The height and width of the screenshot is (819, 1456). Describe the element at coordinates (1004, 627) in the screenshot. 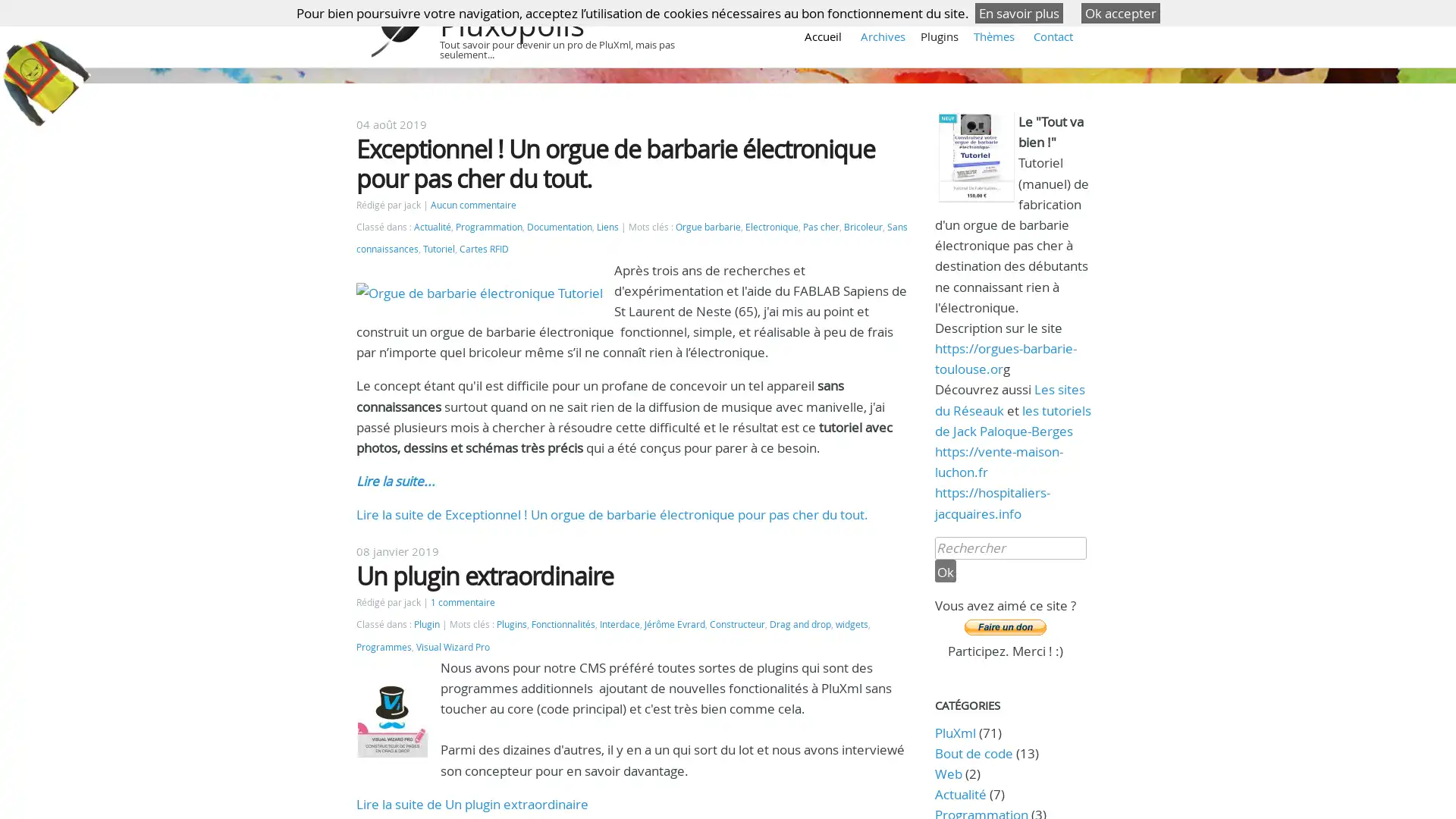

I see `Submit` at that location.